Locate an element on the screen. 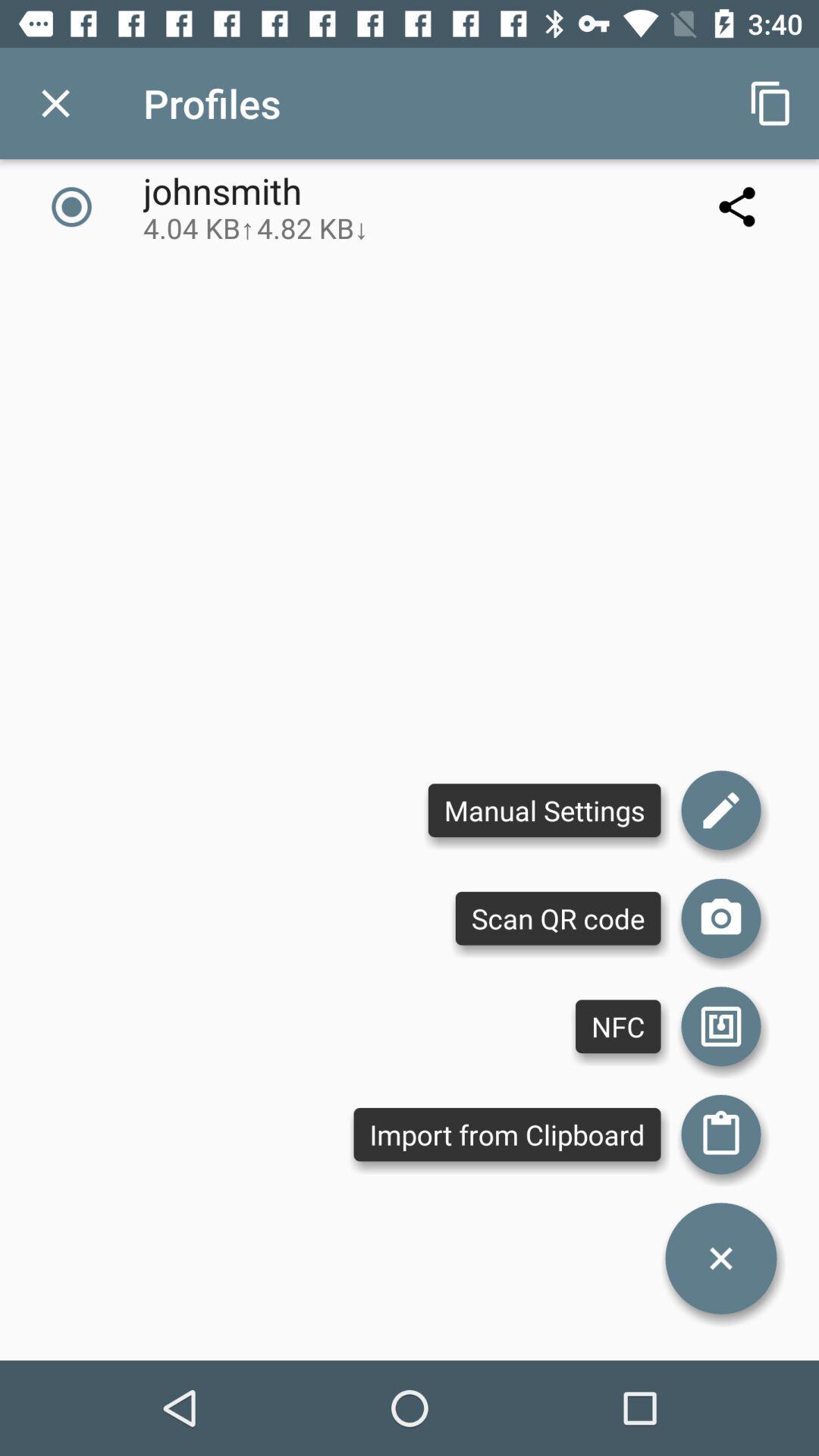 The image size is (819, 1456). manual settings item is located at coordinates (544, 809).